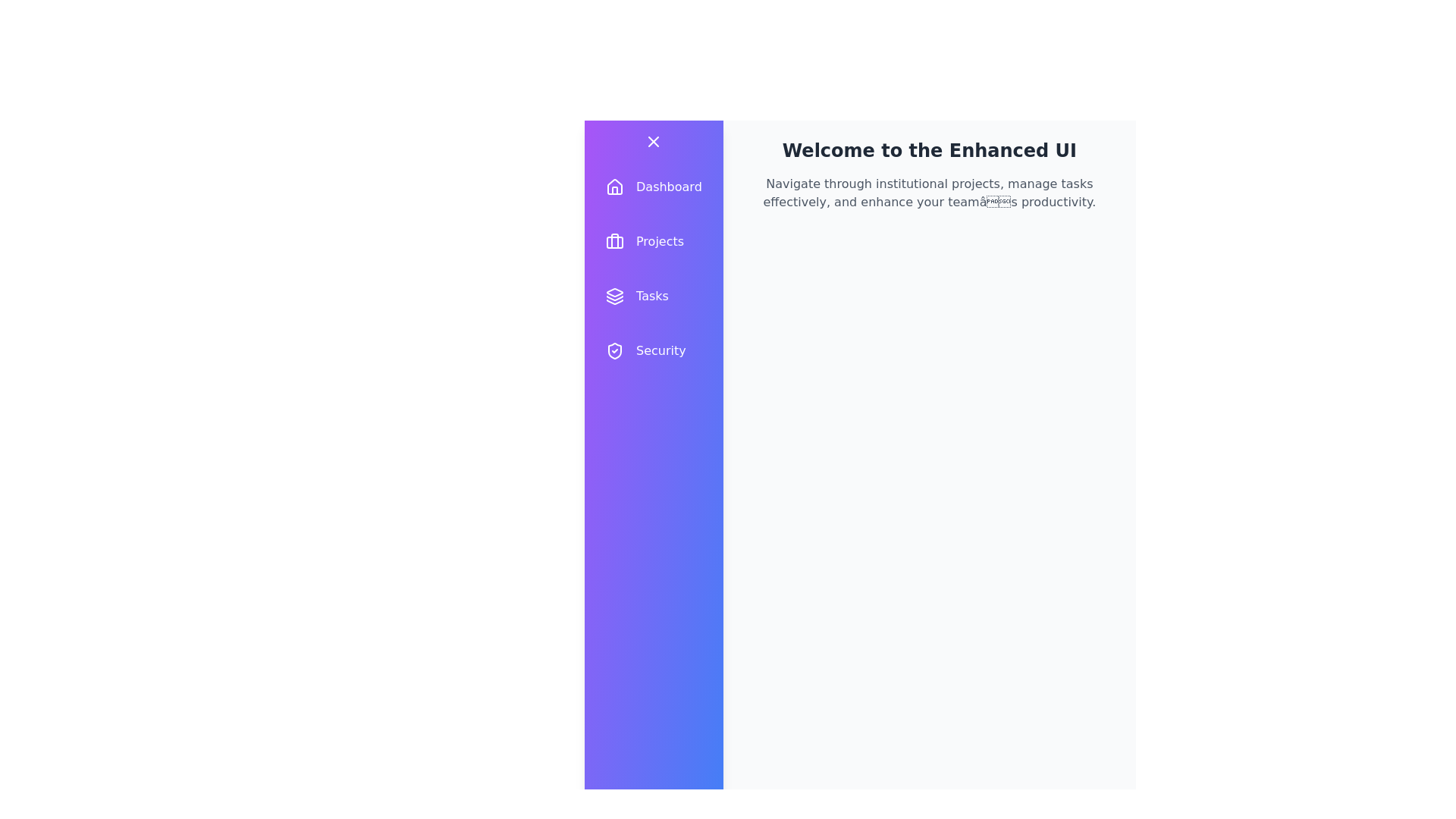 The image size is (1456, 819). I want to click on the 'X' shaped button located at the top-left corner of the sidebar, so click(654, 141).